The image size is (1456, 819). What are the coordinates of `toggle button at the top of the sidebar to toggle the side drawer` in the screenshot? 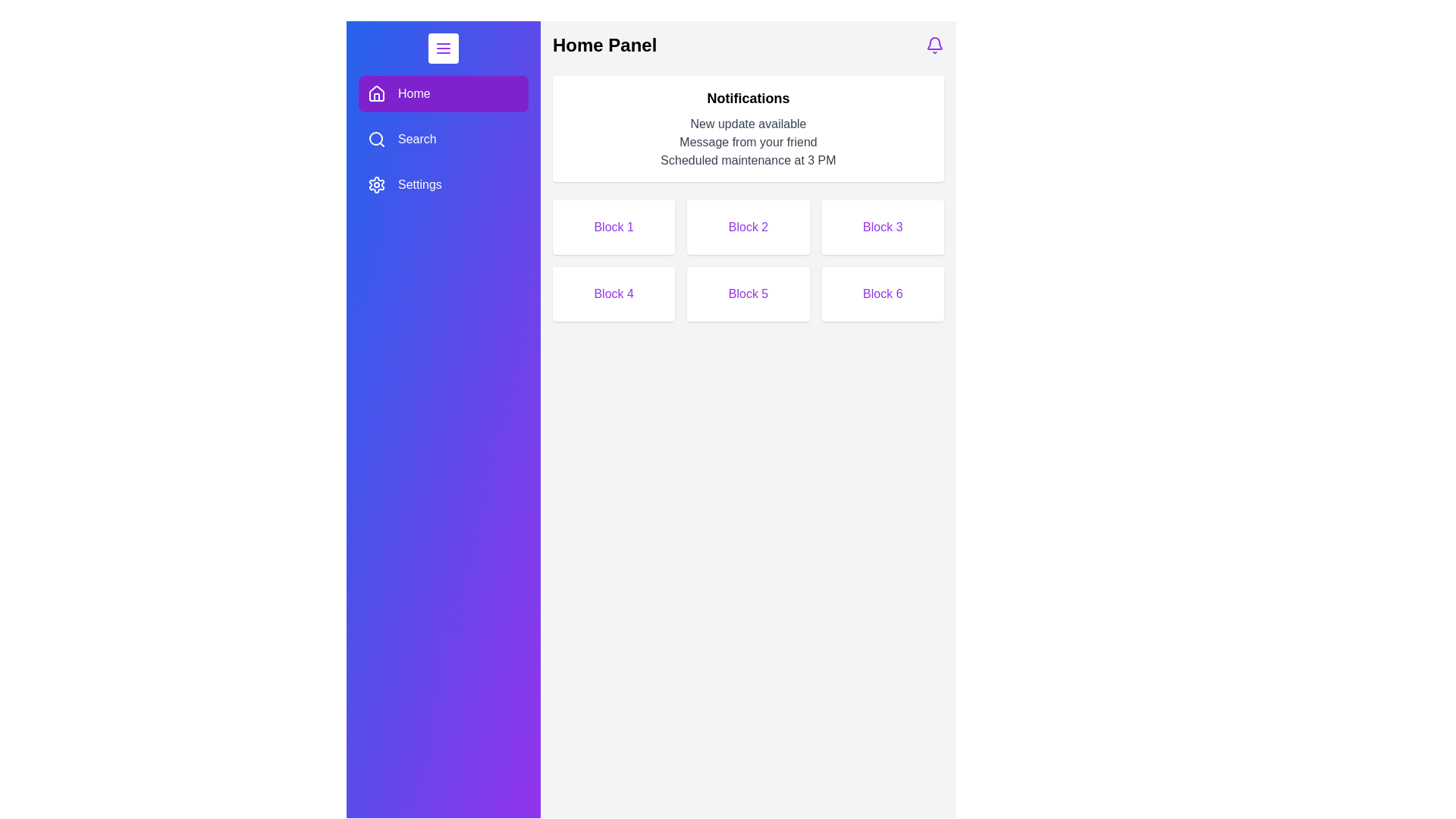 It's located at (443, 48).